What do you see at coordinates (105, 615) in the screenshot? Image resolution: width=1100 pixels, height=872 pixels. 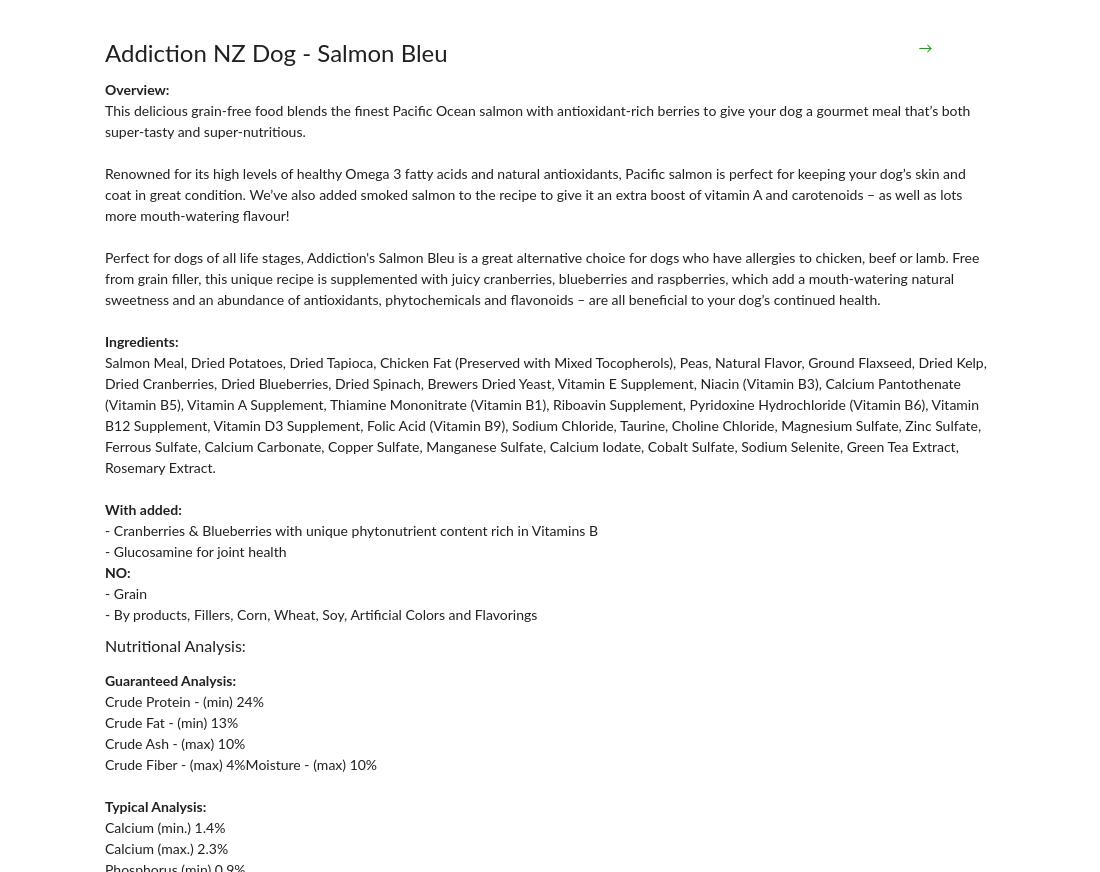 I see `'- By products, Fillers, Corn, Wheat, Soy, Artificial Colors and Flavorings'` at bounding box center [105, 615].